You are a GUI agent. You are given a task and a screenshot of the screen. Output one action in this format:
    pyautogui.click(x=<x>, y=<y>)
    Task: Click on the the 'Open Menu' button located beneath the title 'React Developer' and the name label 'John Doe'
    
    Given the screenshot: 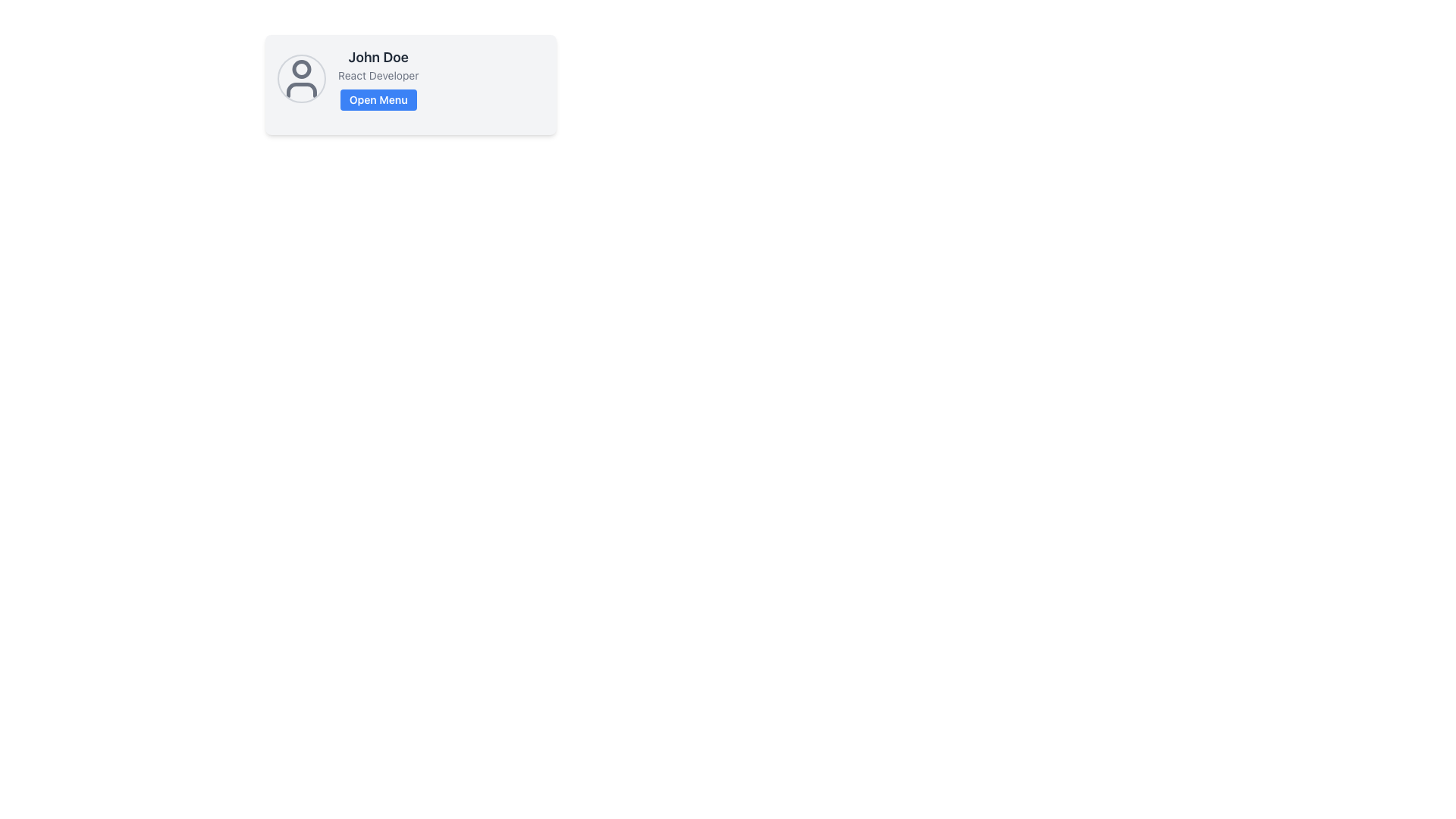 What is the action you would take?
    pyautogui.click(x=378, y=99)
    